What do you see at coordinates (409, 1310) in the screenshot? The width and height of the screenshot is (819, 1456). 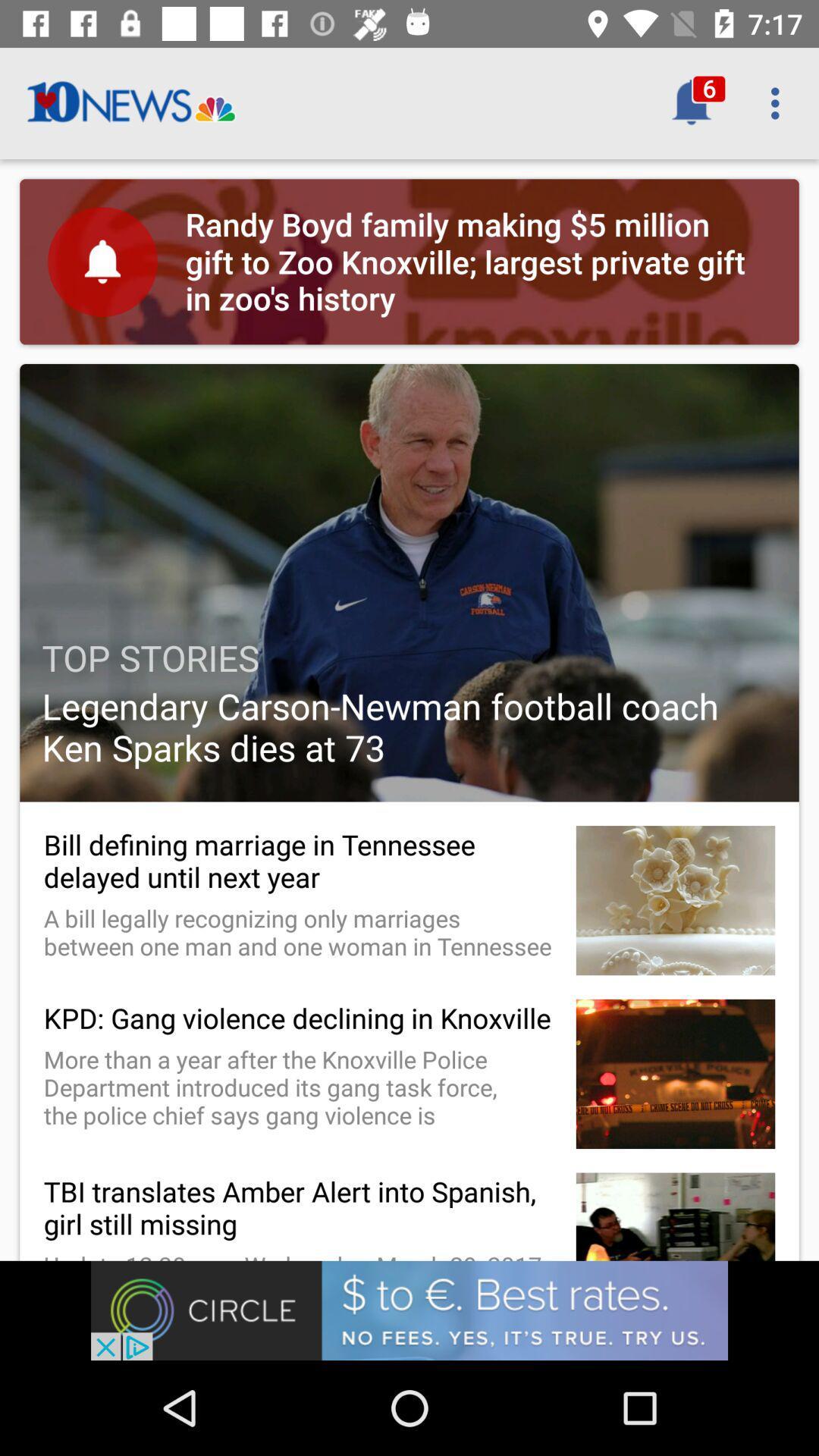 I see `advertisement page` at bounding box center [409, 1310].